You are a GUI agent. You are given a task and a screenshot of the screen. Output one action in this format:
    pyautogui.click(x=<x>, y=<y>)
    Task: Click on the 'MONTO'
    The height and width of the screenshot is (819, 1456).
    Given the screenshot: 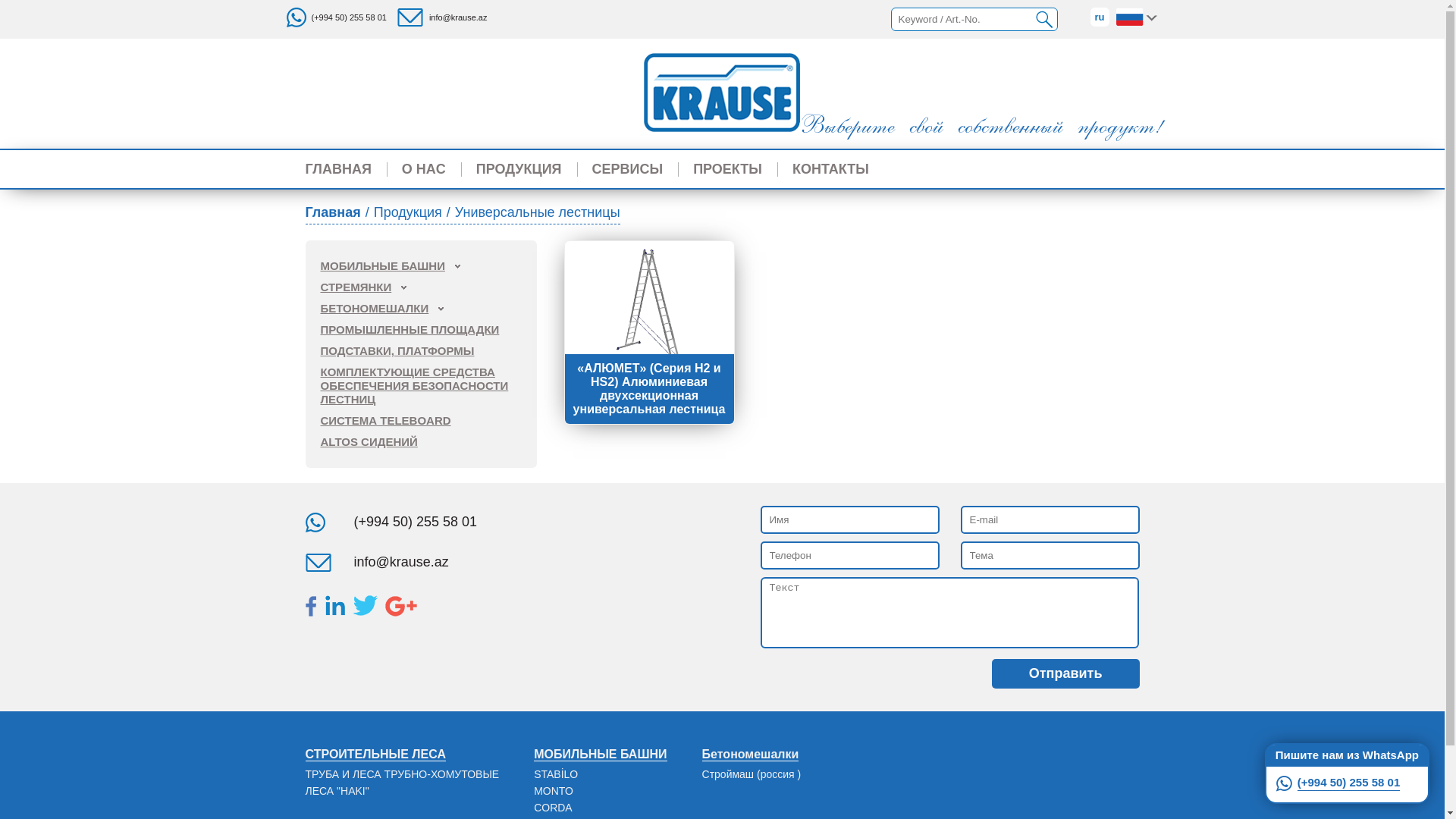 What is the action you would take?
    pyautogui.click(x=552, y=789)
    